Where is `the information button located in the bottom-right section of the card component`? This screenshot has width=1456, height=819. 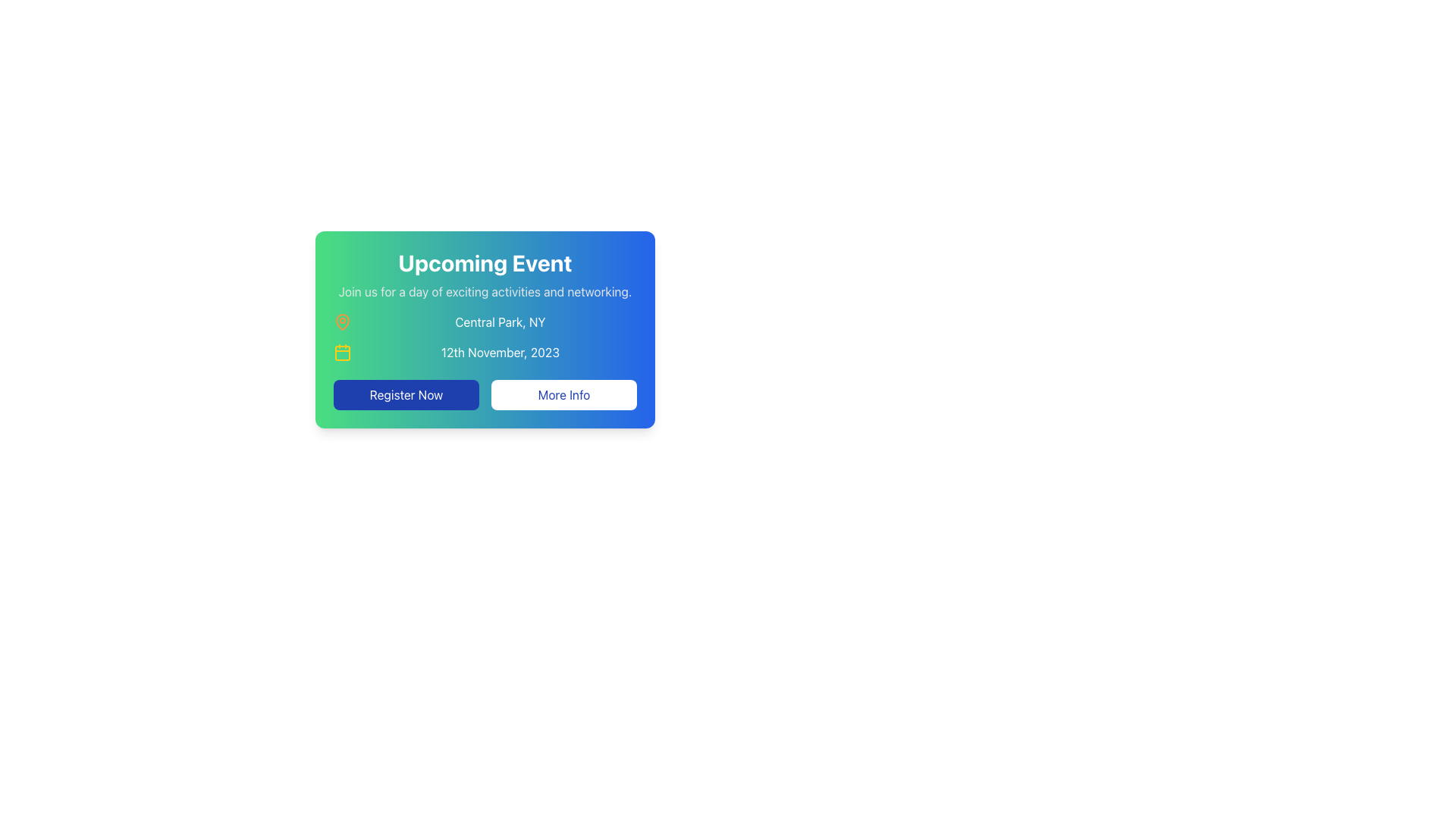 the information button located in the bottom-right section of the card component is located at coordinates (563, 394).